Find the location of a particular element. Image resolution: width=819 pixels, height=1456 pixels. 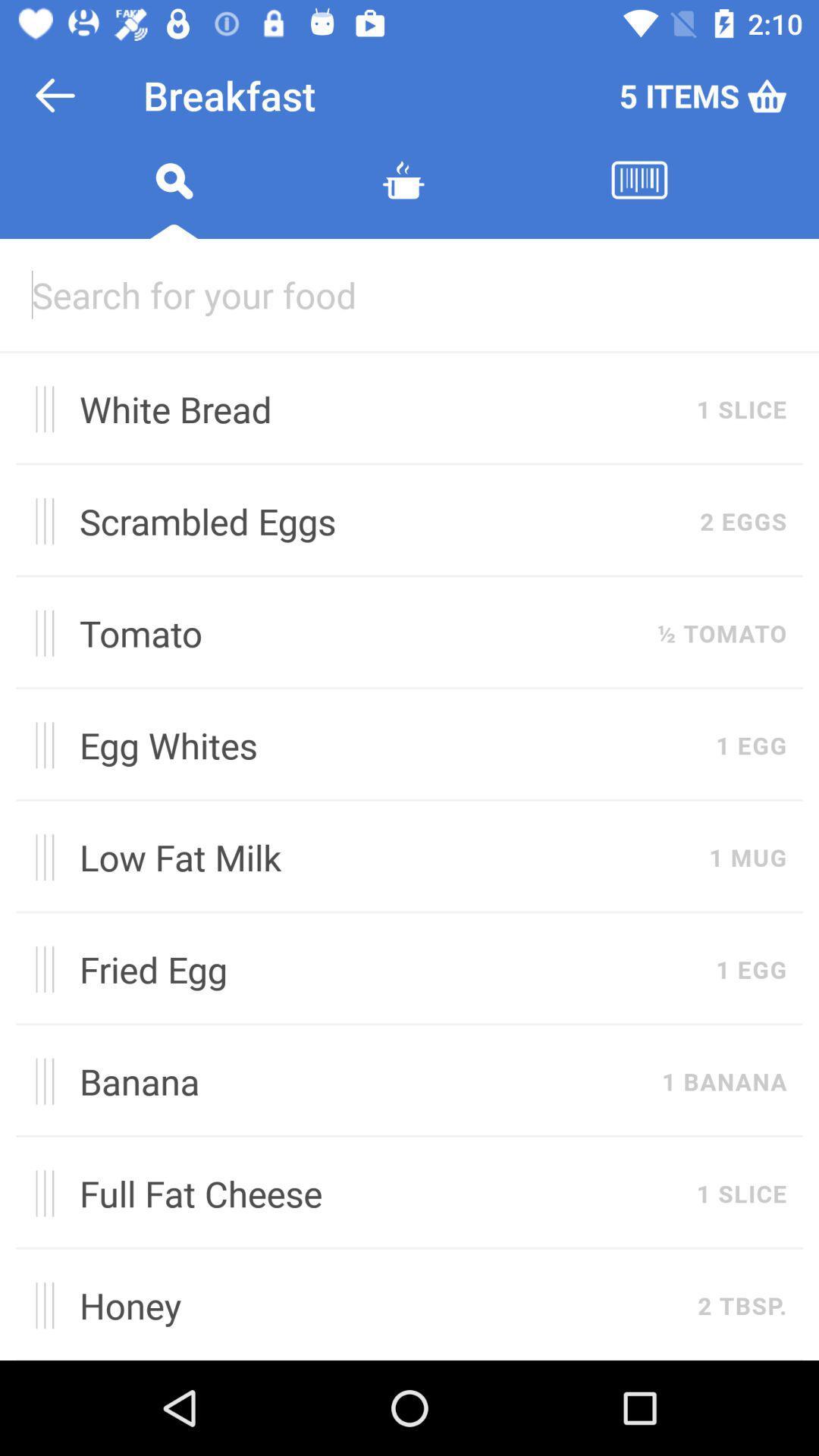

the icon to the right of the breakfast item is located at coordinates (703, 94).